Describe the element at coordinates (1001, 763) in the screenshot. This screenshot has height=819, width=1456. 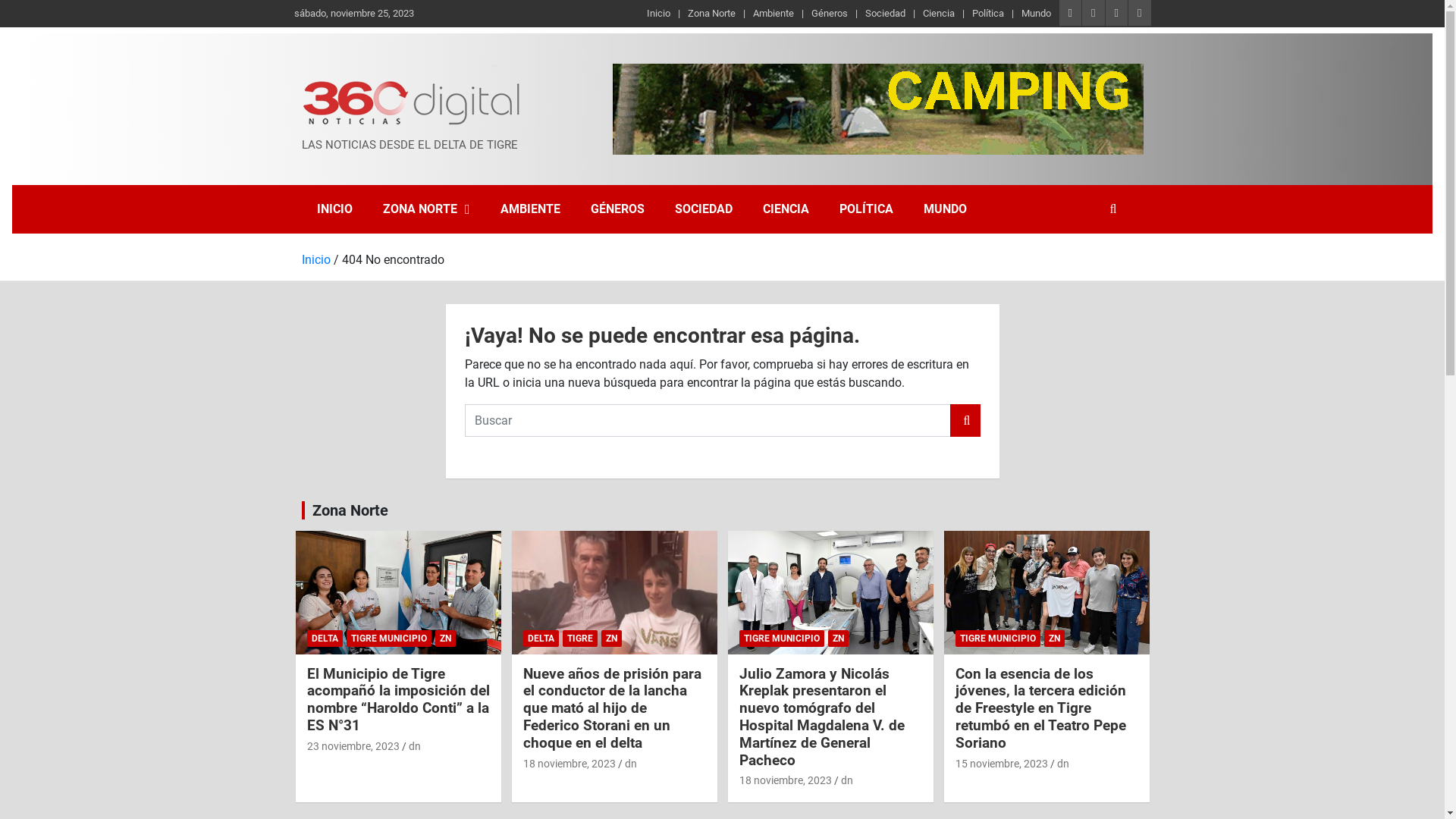
I see `'15 noviembre, 2023'` at that location.